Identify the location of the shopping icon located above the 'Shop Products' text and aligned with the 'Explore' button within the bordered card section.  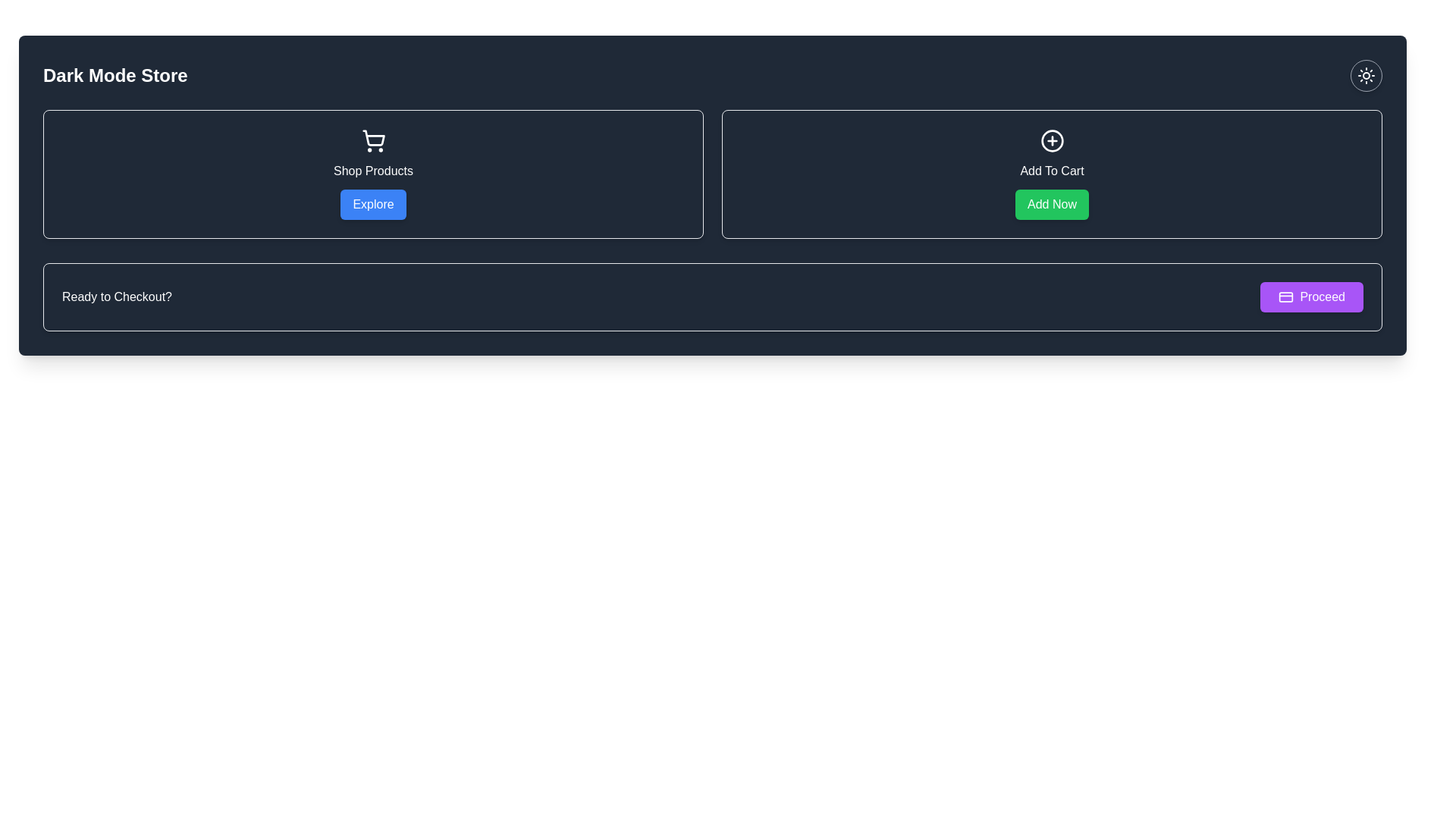
(373, 140).